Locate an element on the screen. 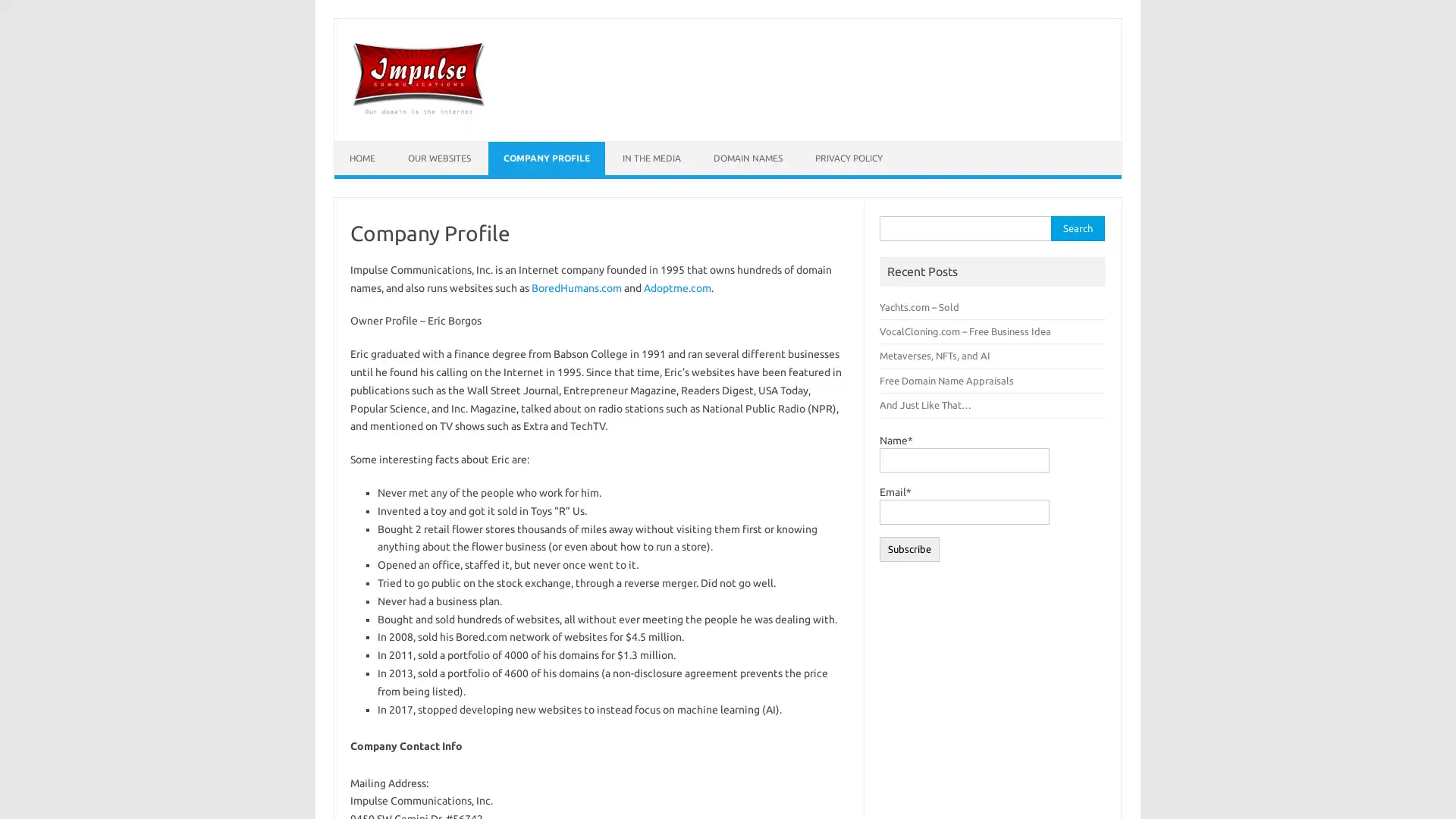 Image resolution: width=1456 pixels, height=819 pixels. Subscribe is located at coordinates (909, 548).